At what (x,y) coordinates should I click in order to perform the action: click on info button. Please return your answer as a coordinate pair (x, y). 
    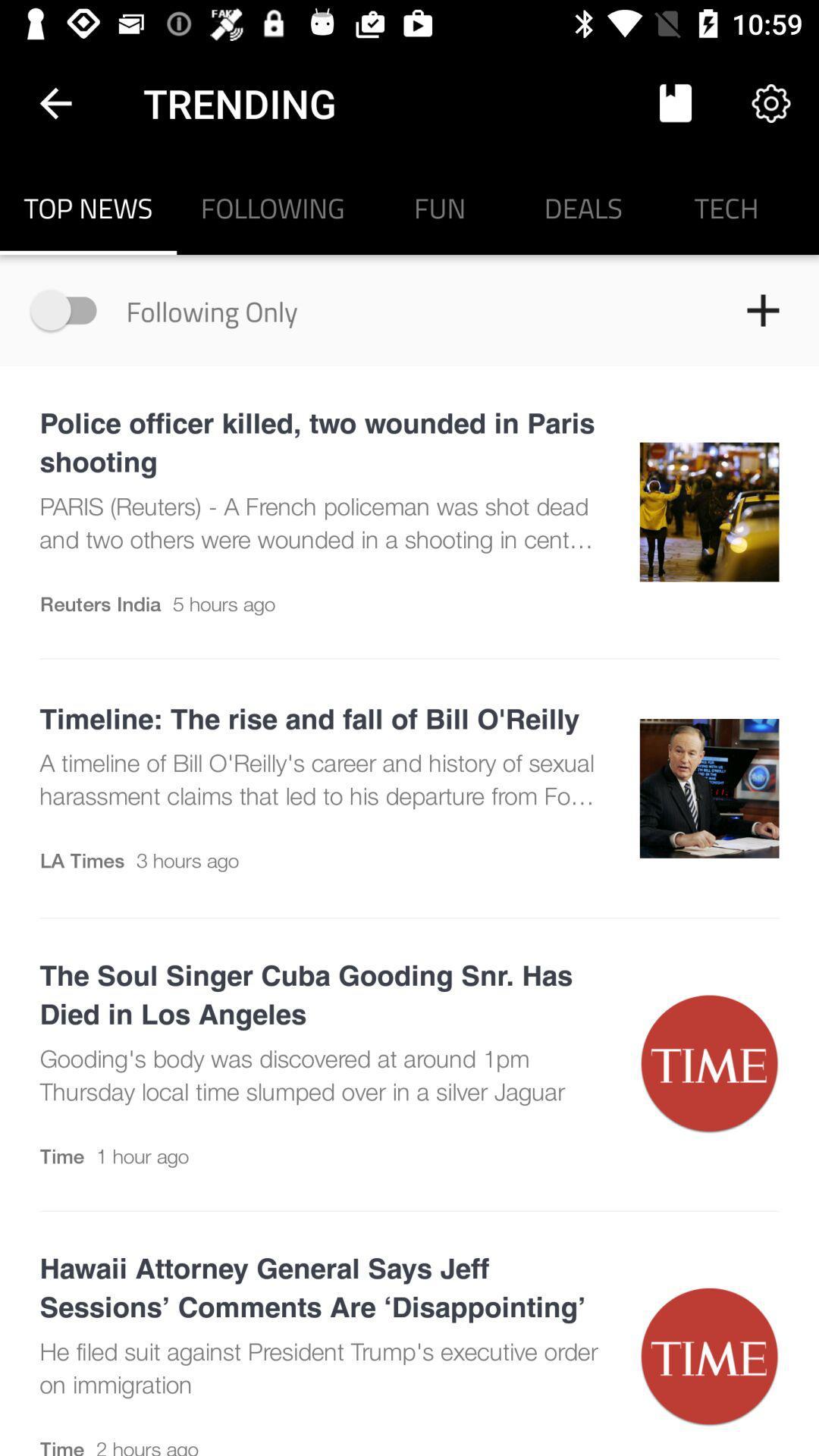
    Looking at the image, I should click on (71, 309).